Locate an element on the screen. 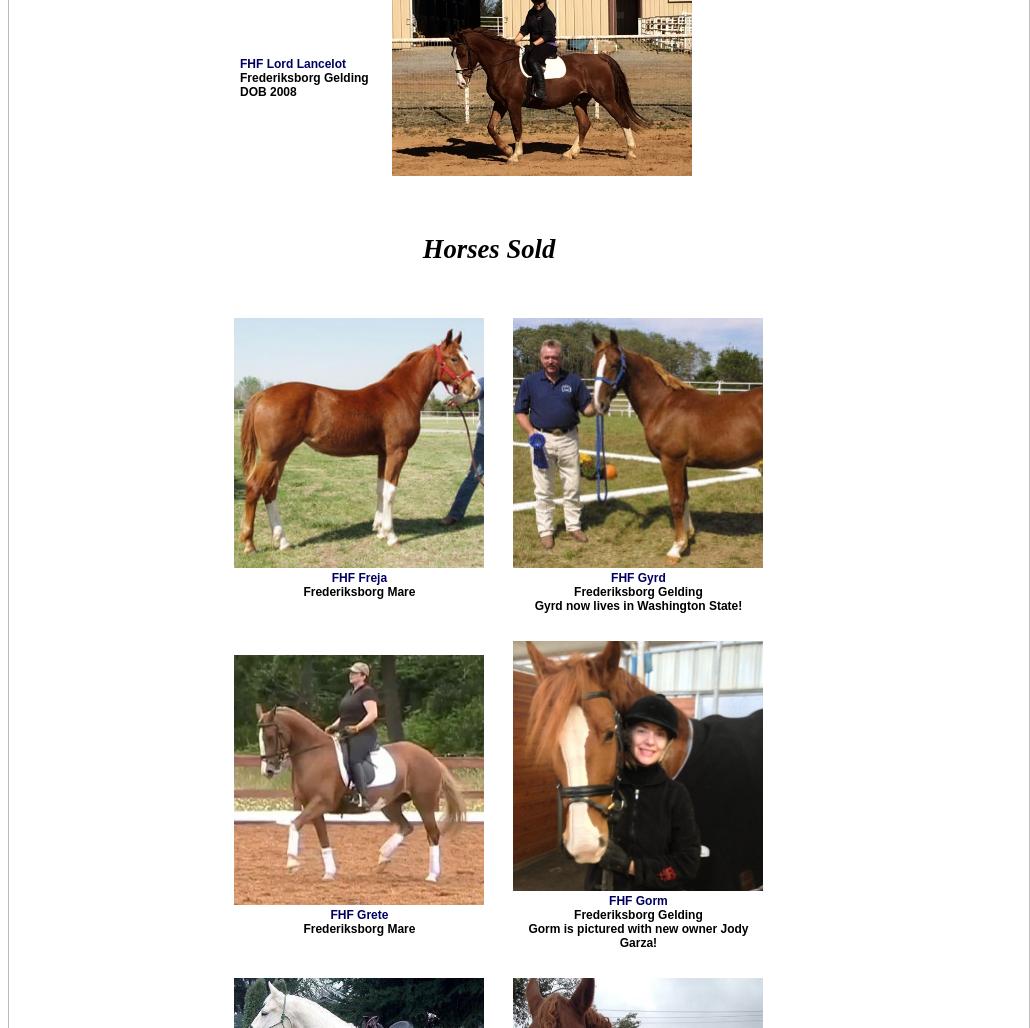  'Horses Sold' is located at coordinates (421, 247).